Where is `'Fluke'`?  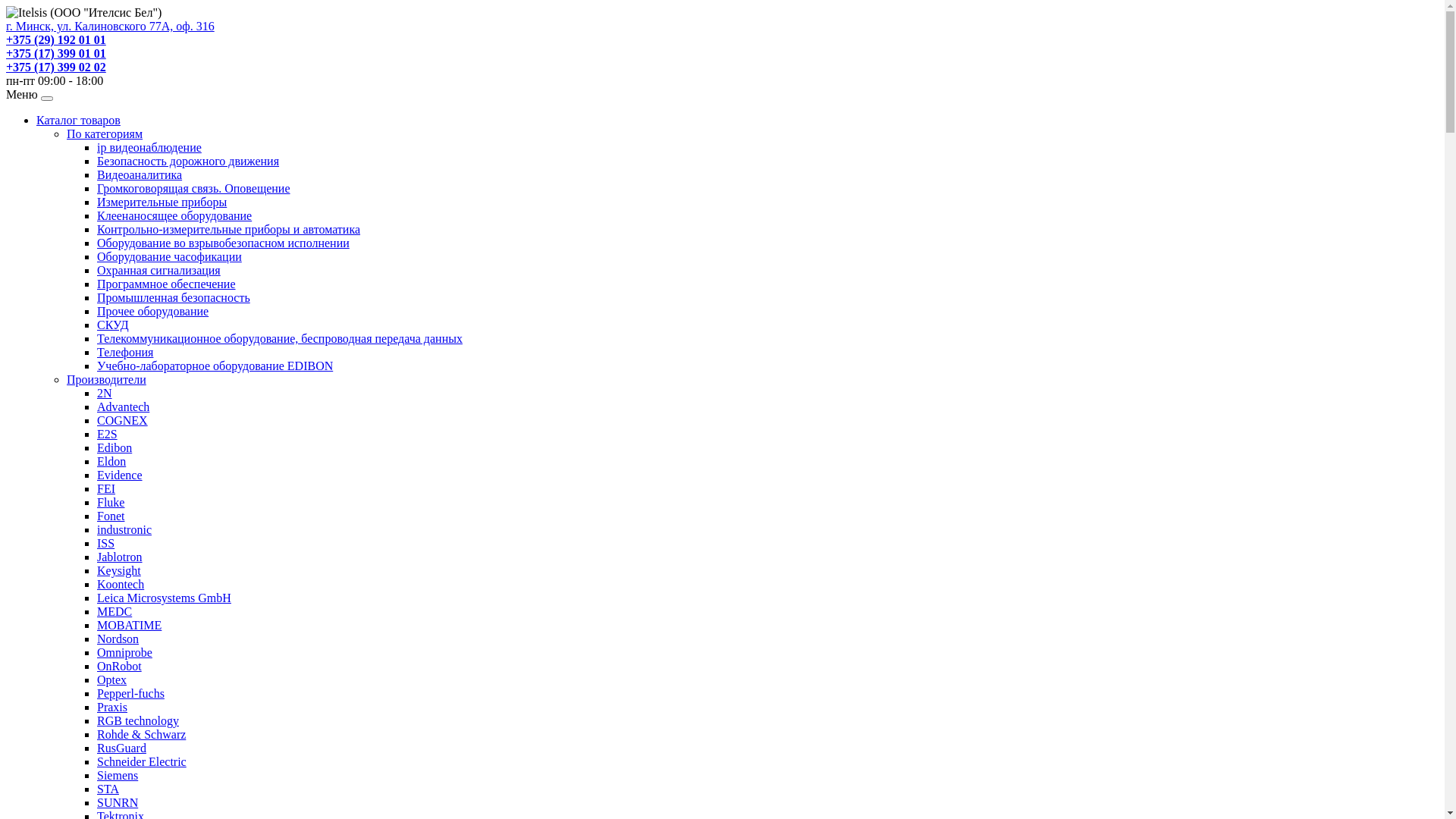
'Fluke' is located at coordinates (109, 502).